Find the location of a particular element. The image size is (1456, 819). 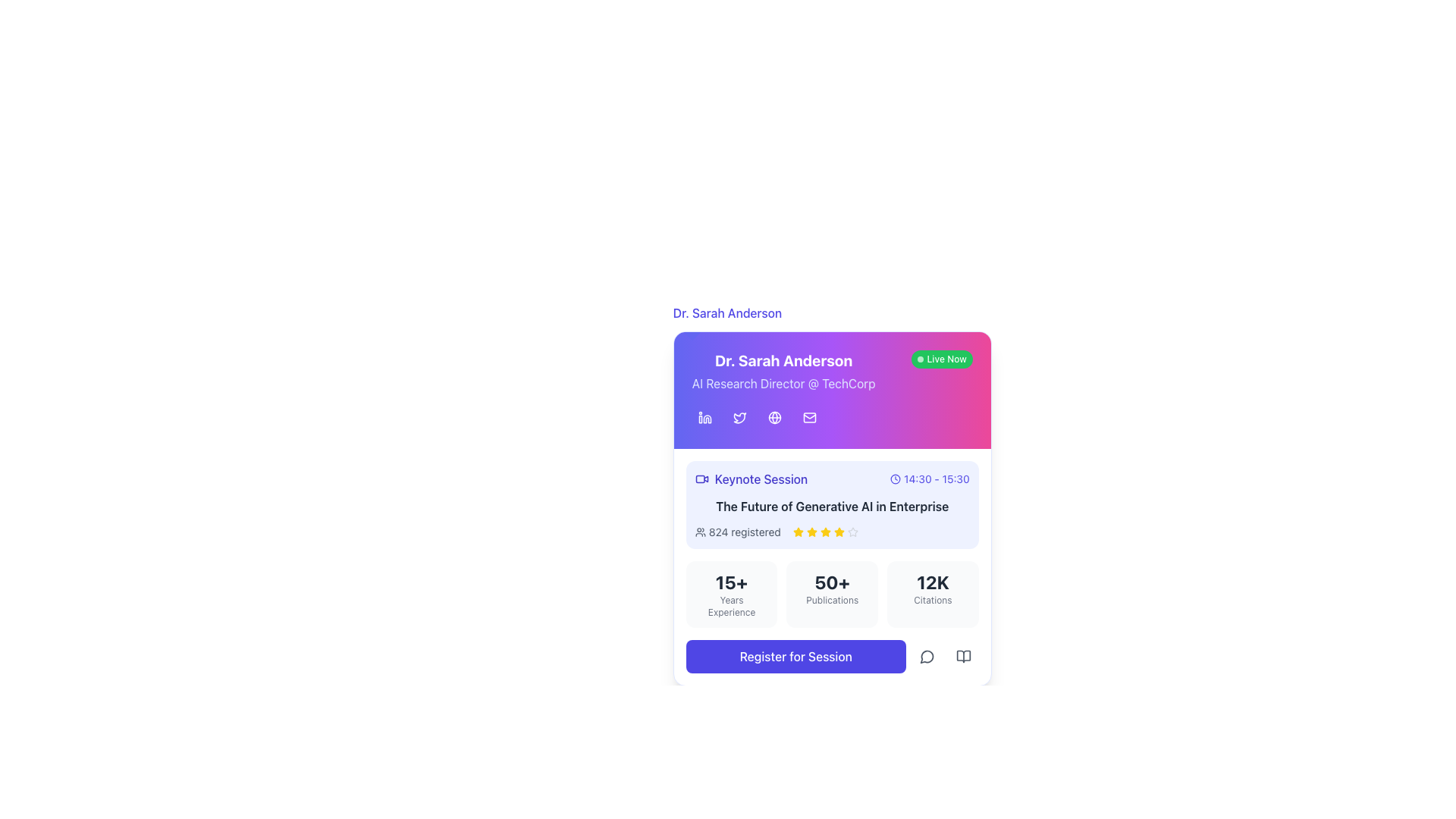

the second yellow star icon in the rating section of the user session registration interface is located at coordinates (797, 531).